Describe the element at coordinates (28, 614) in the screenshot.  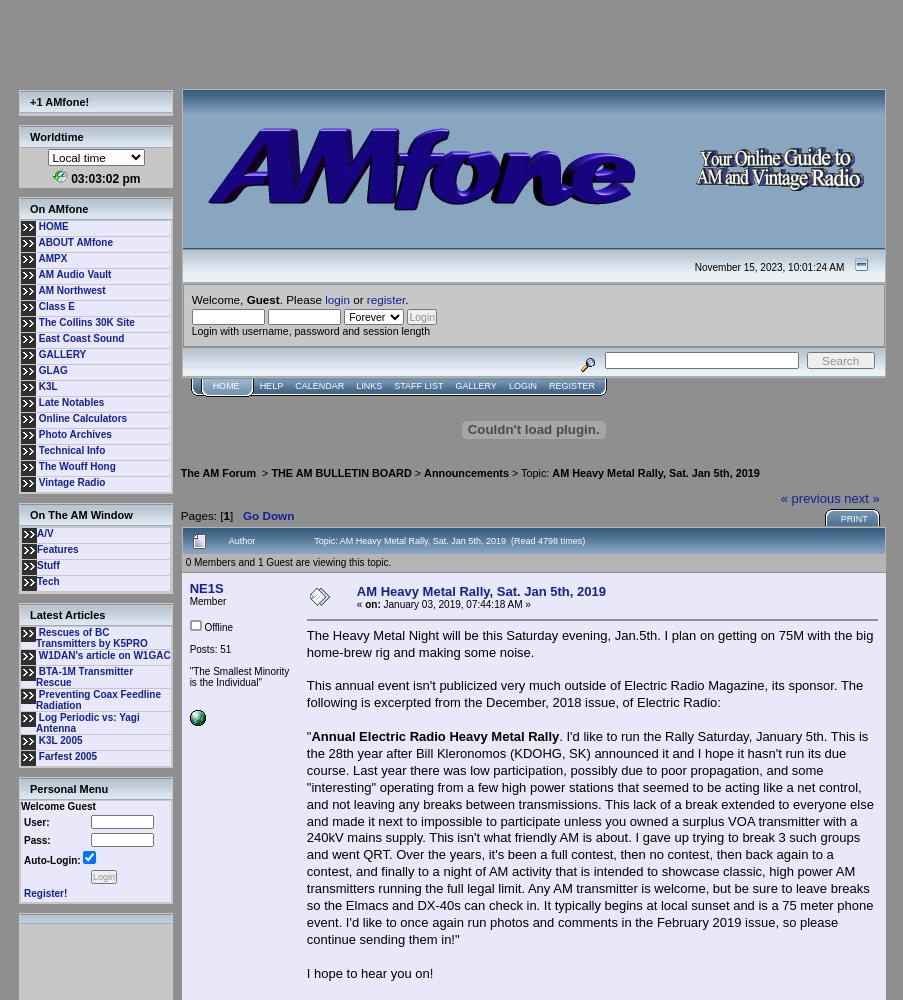
I see `'Latest Articles'` at that location.